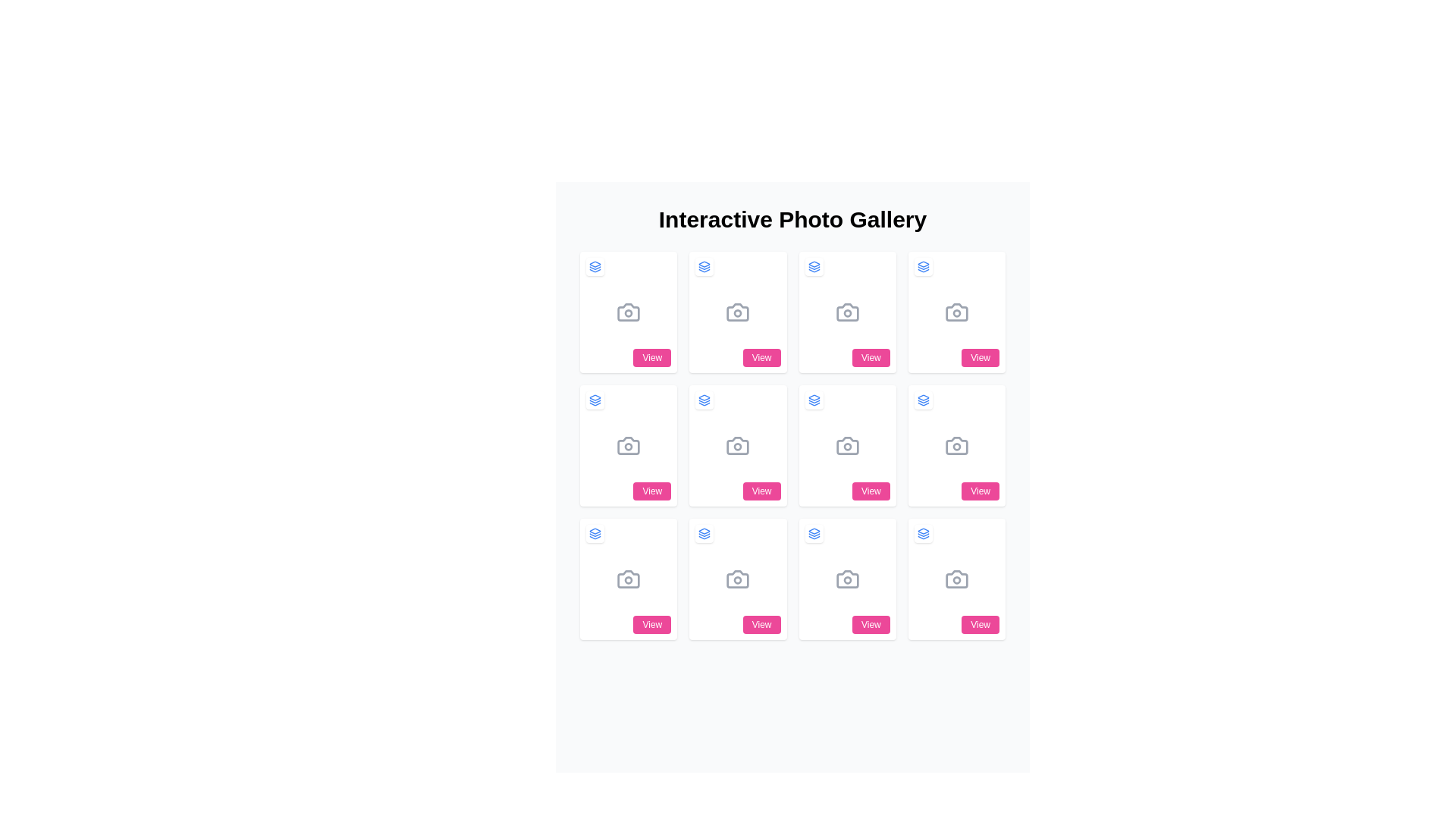 The width and height of the screenshot is (1456, 819). Describe the element at coordinates (813, 400) in the screenshot. I see `the icon in the top left corner of the card in the second row and second column of the grid layout` at that location.